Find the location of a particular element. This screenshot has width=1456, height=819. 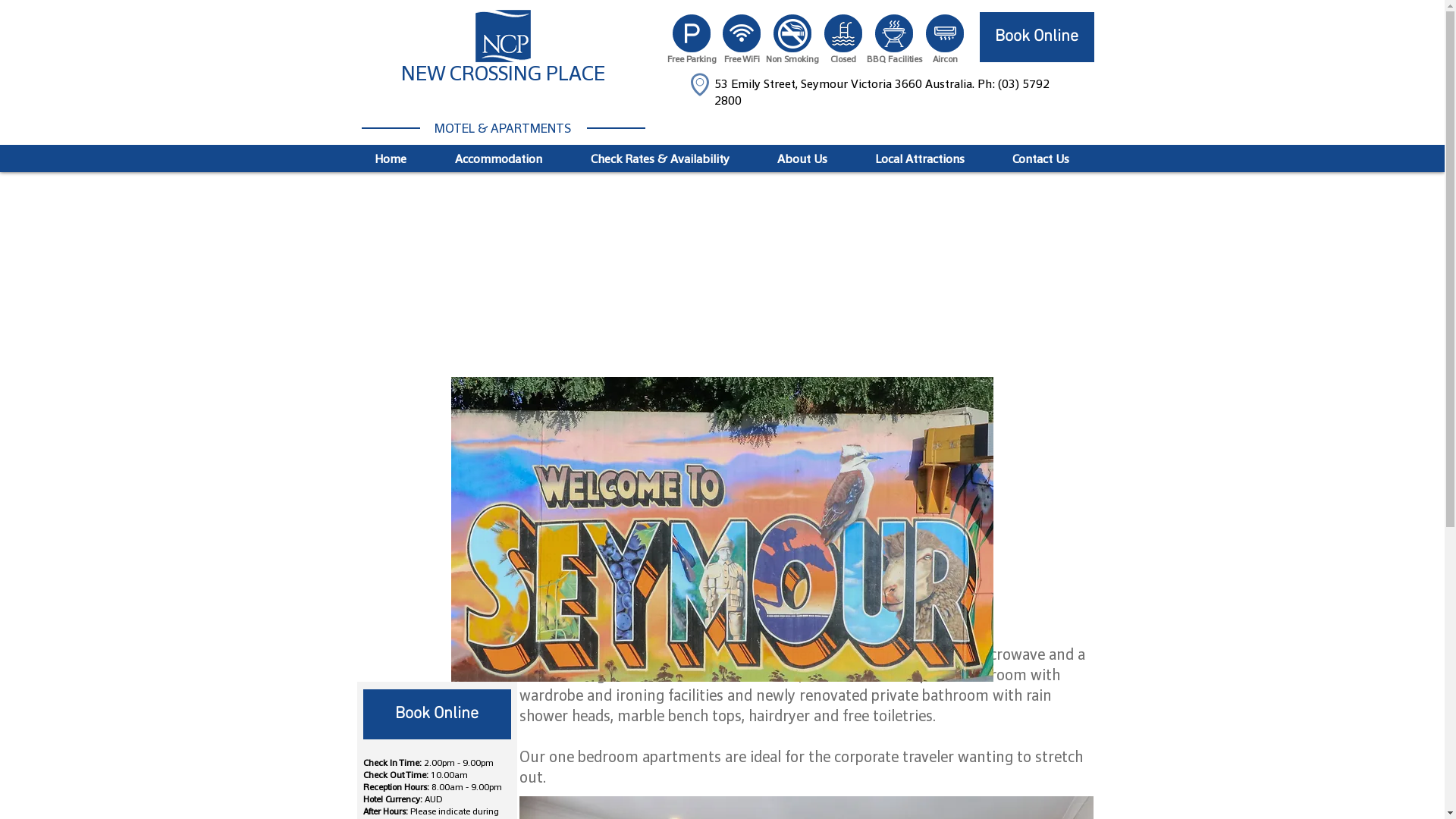

'logo.png' is located at coordinates (502, 35).